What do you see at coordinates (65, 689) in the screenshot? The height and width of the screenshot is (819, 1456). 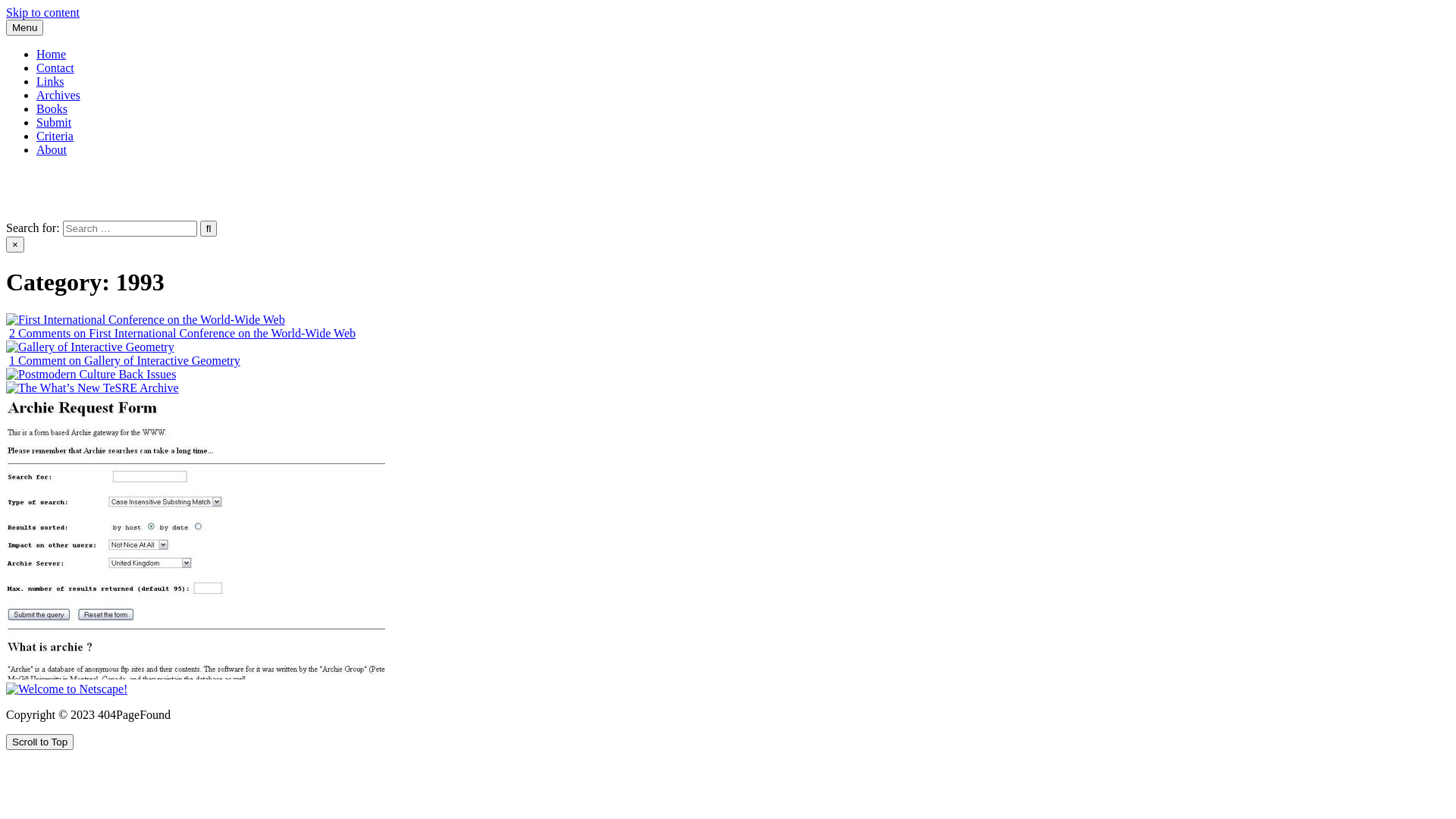 I see `'Welcome to Netscape!'` at bounding box center [65, 689].